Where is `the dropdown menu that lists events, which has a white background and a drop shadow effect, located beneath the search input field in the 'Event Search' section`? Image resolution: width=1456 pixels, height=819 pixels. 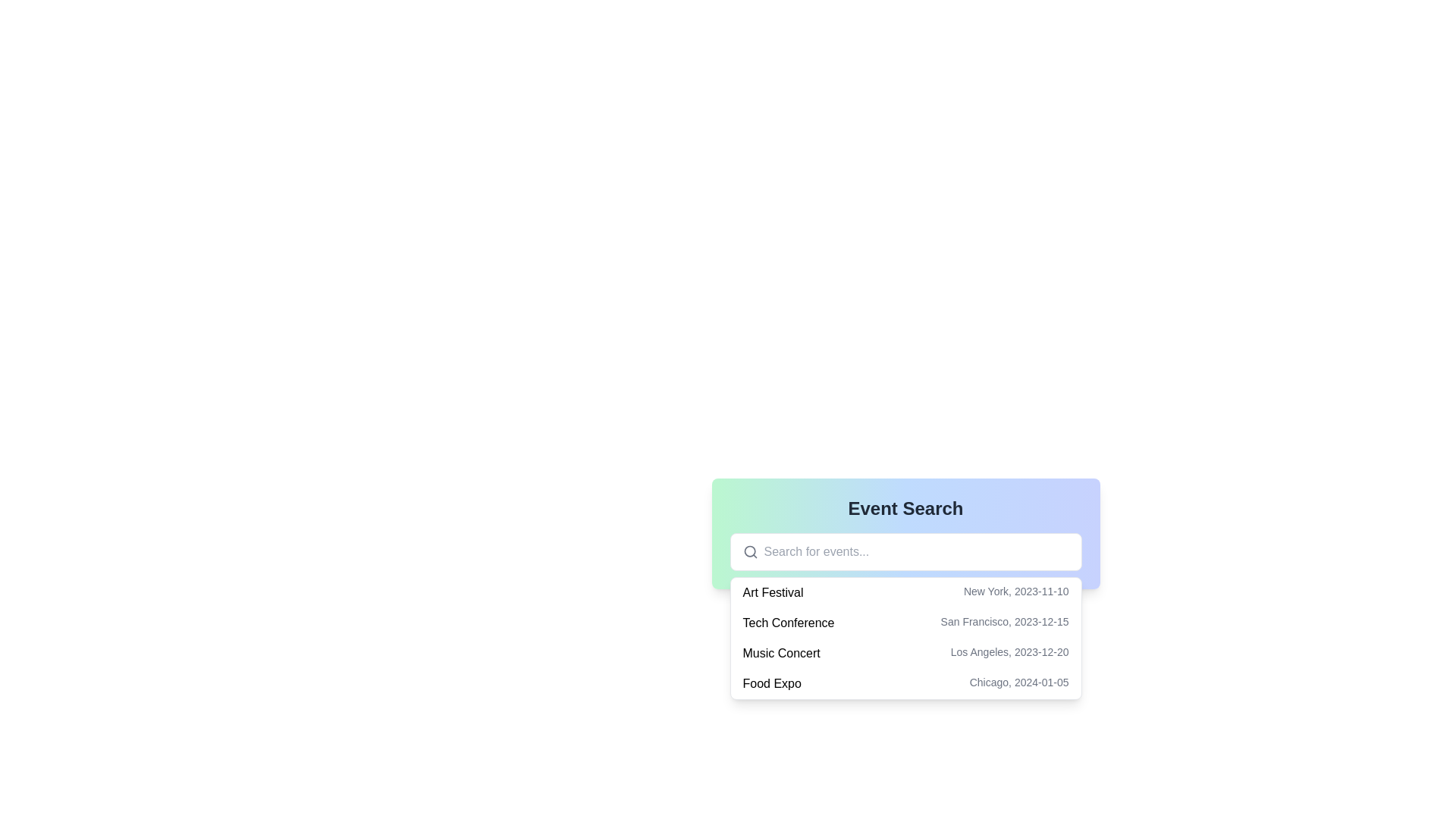 the dropdown menu that lists events, which has a white background and a drop shadow effect, located beneath the search input field in the 'Event Search' section is located at coordinates (905, 638).